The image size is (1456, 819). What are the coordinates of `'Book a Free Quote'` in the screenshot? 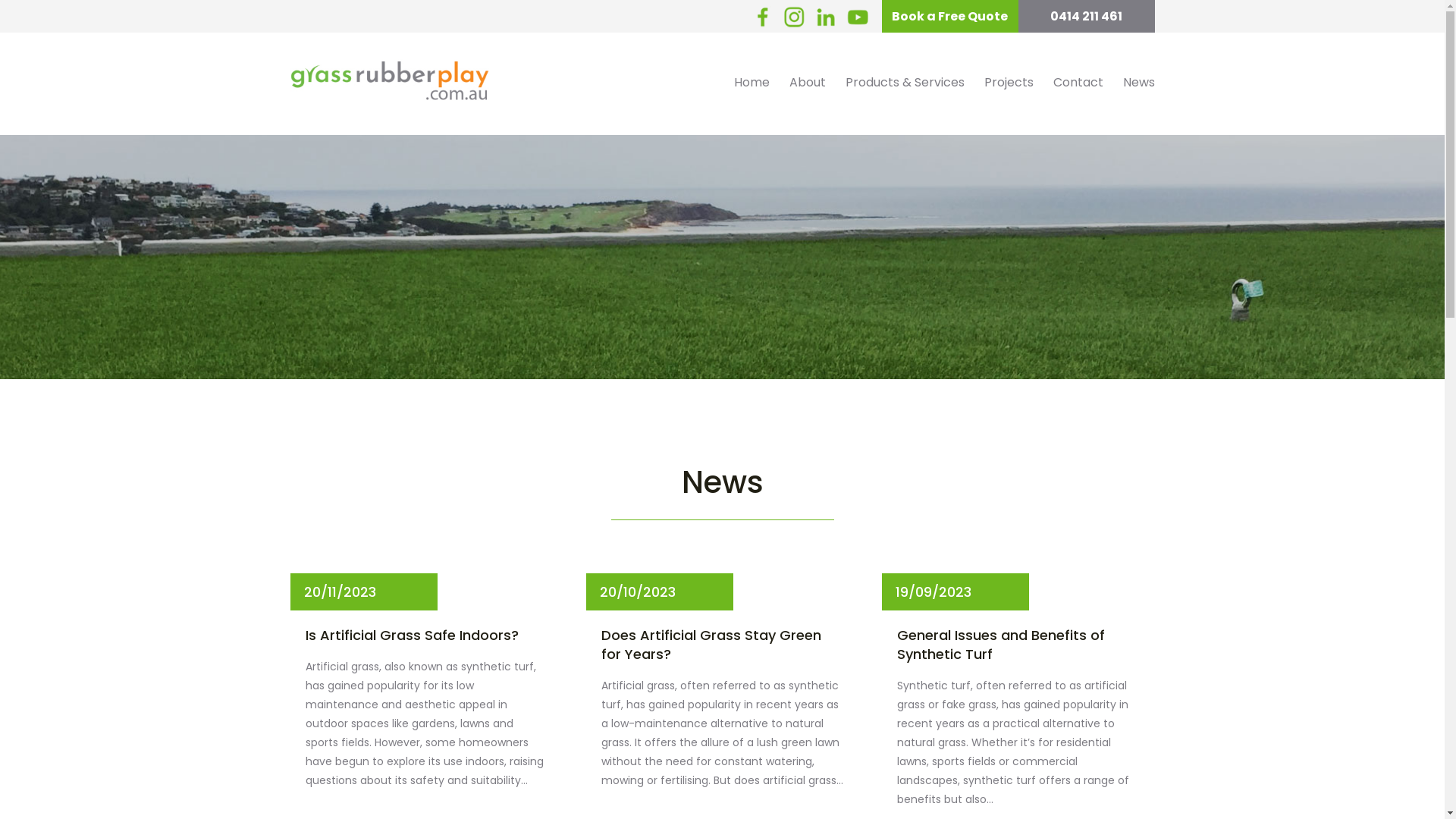 It's located at (880, 16).